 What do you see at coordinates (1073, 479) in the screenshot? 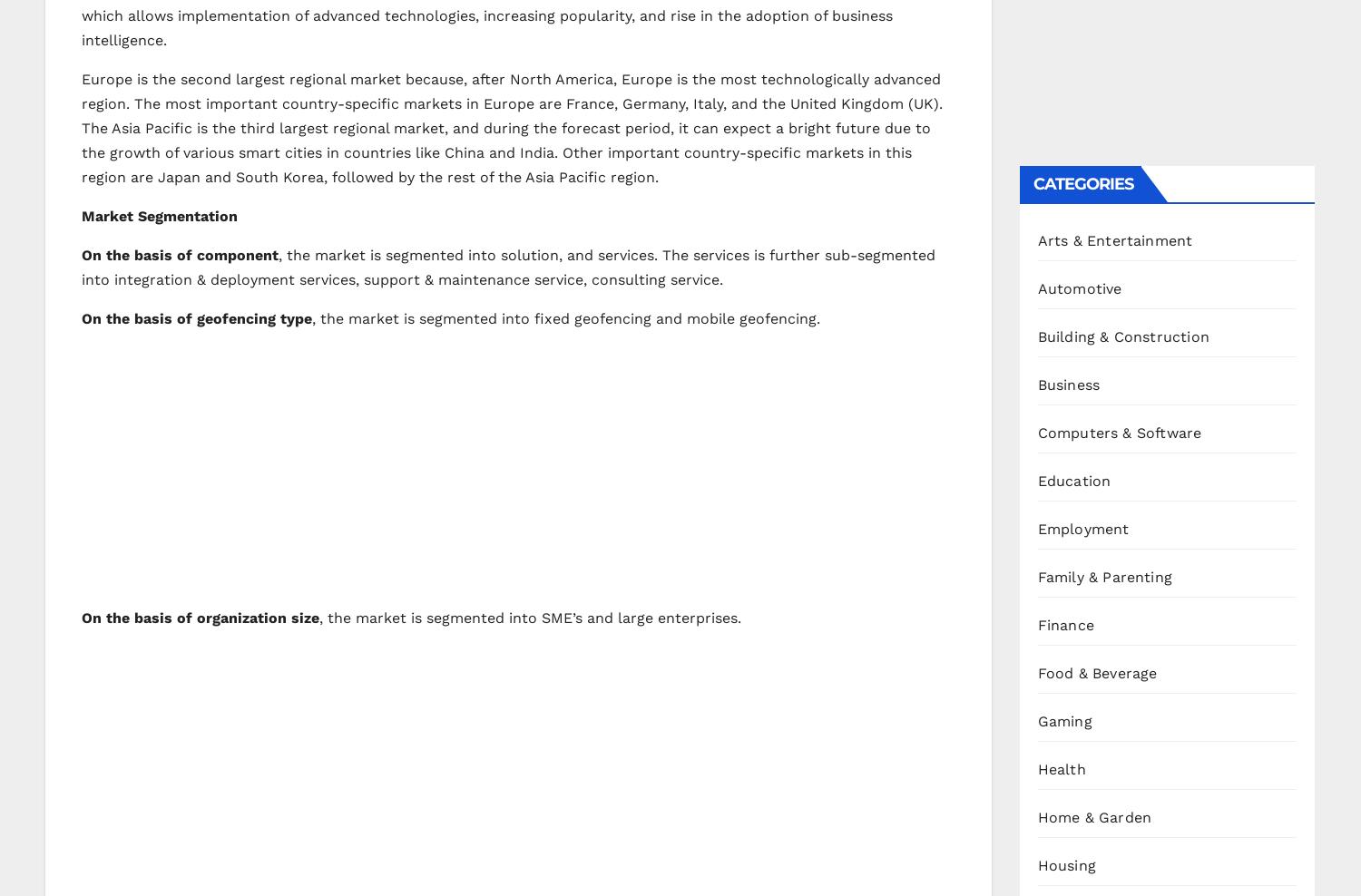
I see `'Education'` at bounding box center [1073, 479].